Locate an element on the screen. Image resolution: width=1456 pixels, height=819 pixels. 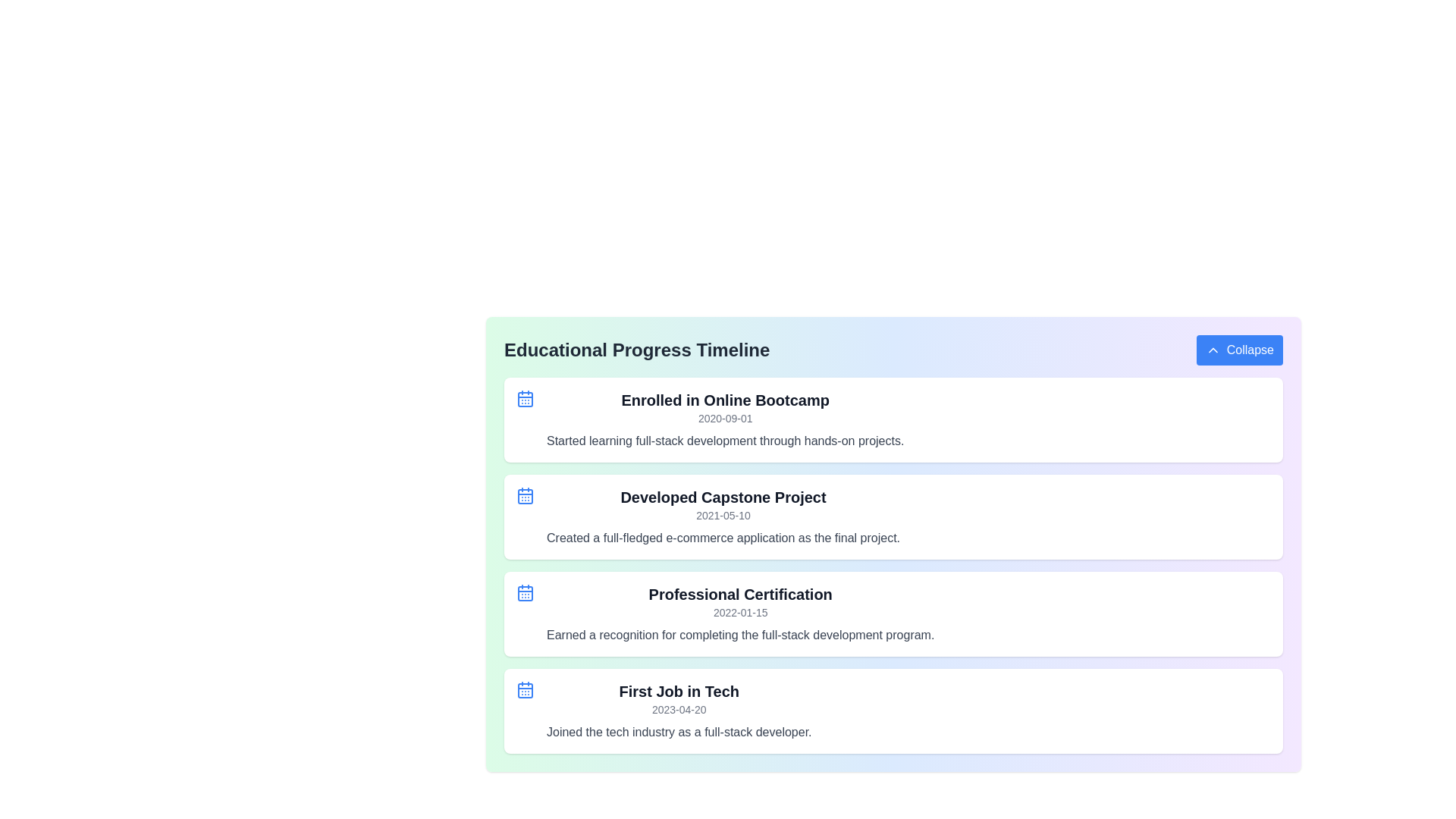
the blue calendar icon in the third entry of the 'Educational Progress Timeline', located to the left of 'Professional Certification' is located at coordinates (525, 592).